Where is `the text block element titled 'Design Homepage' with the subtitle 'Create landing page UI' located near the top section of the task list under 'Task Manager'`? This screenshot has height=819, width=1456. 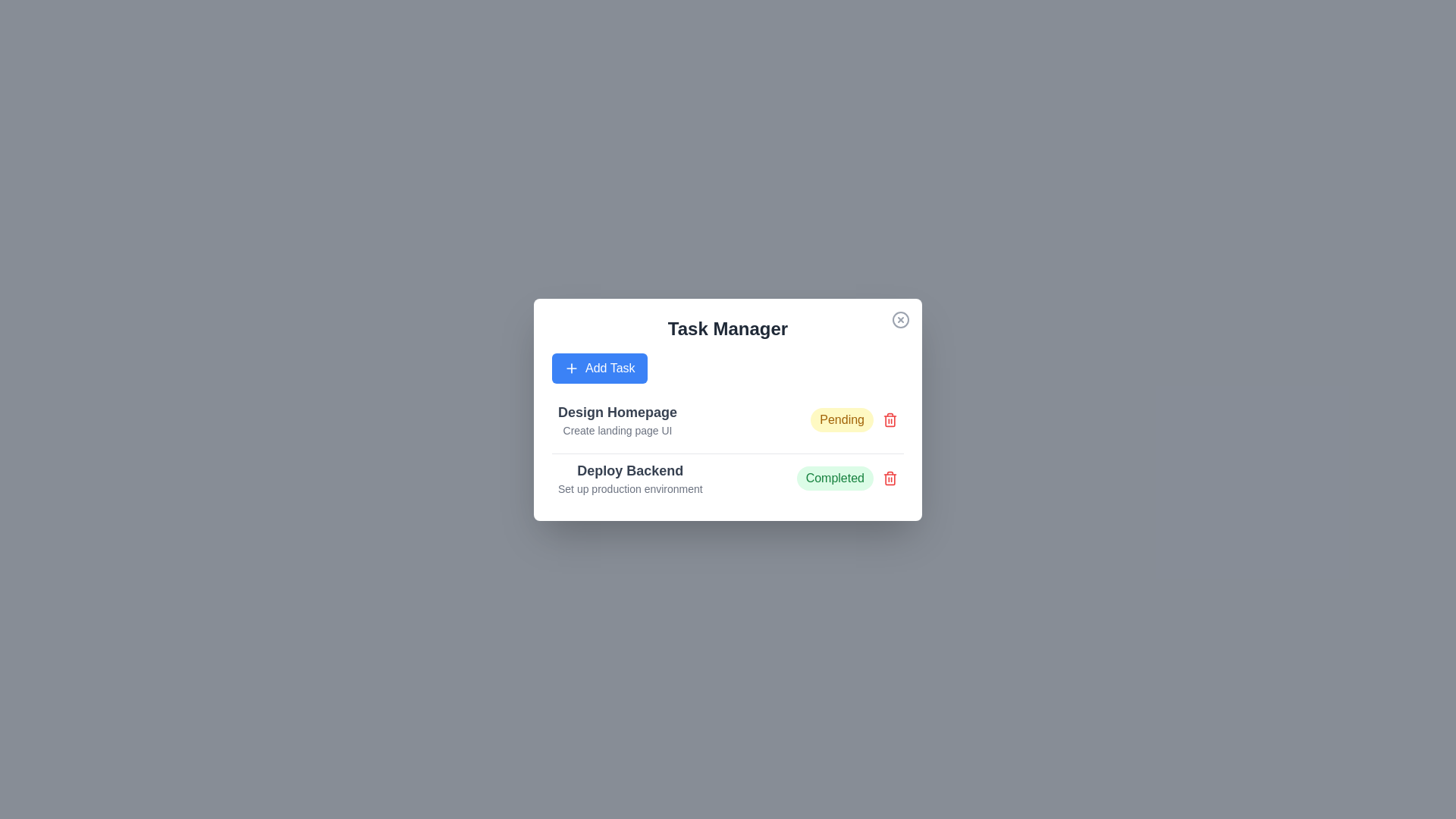
the text block element titled 'Design Homepage' with the subtitle 'Create landing page UI' located near the top section of the task list under 'Task Manager' is located at coordinates (617, 419).